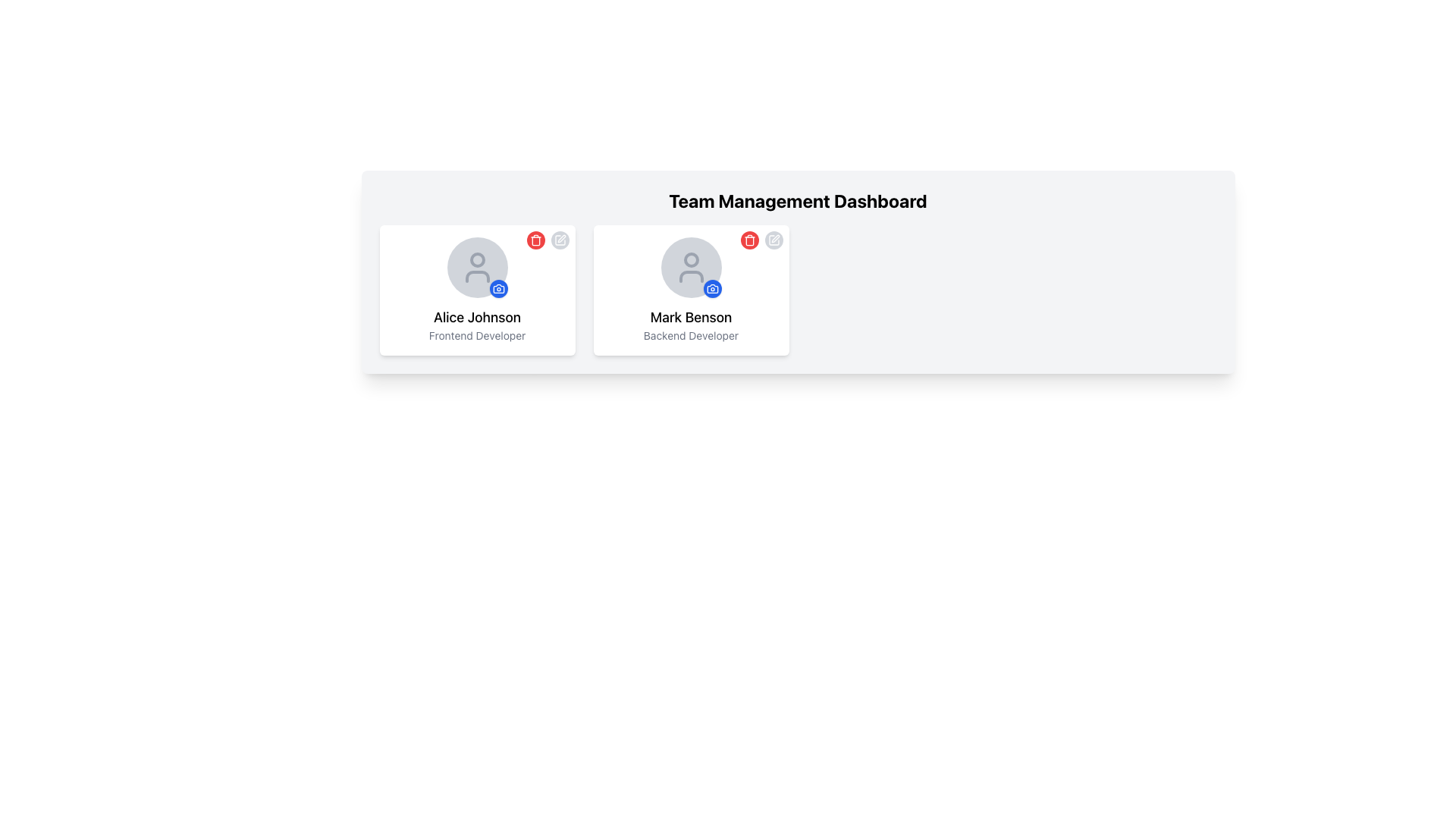  What do you see at coordinates (773, 239) in the screenshot?
I see `the SVG icon element resembling a square in the upper-right area of the card associated with 'Mark Benson'` at bounding box center [773, 239].